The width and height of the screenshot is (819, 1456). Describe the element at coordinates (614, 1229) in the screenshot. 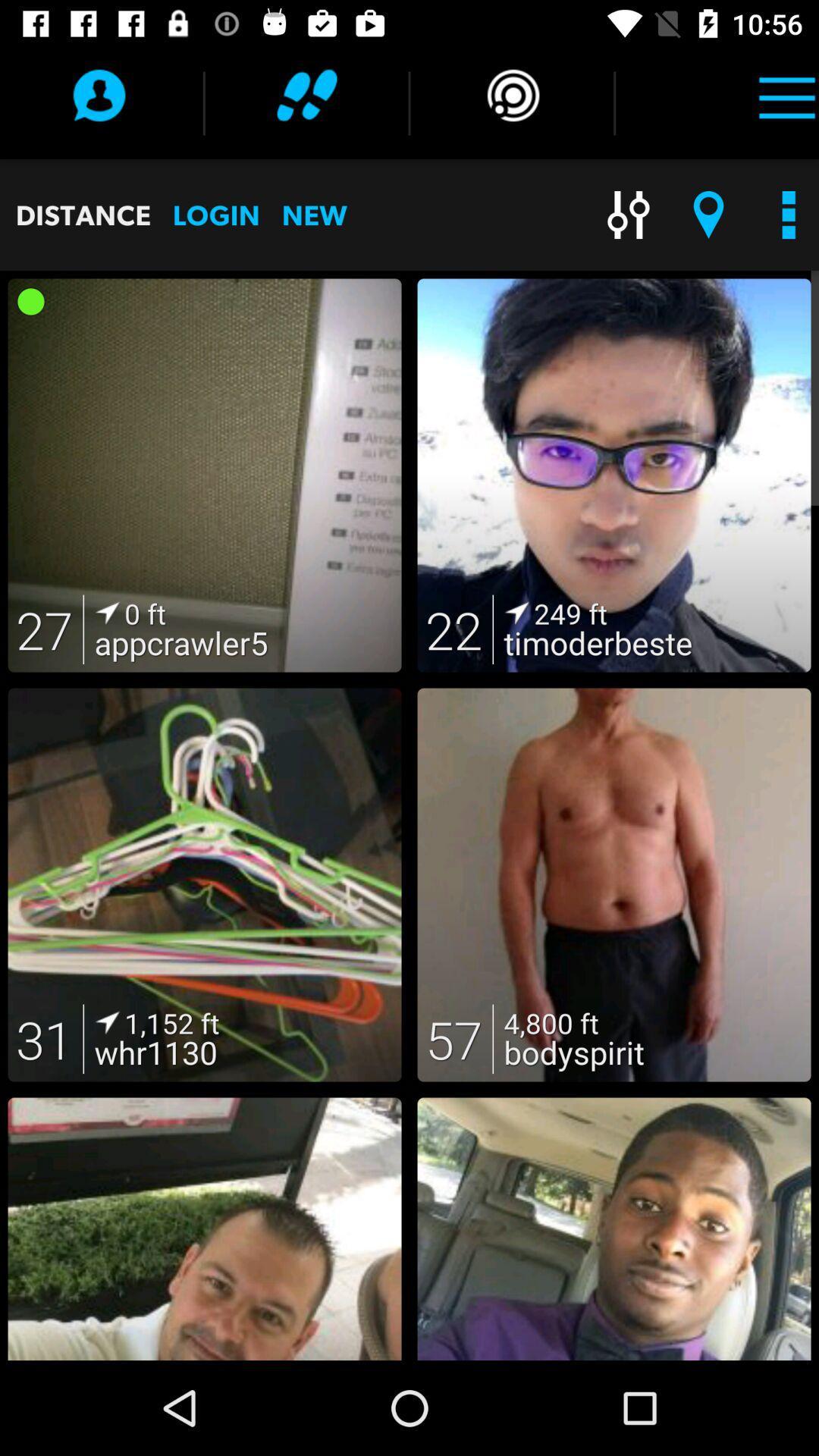

I see `the second image in the third row` at that location.